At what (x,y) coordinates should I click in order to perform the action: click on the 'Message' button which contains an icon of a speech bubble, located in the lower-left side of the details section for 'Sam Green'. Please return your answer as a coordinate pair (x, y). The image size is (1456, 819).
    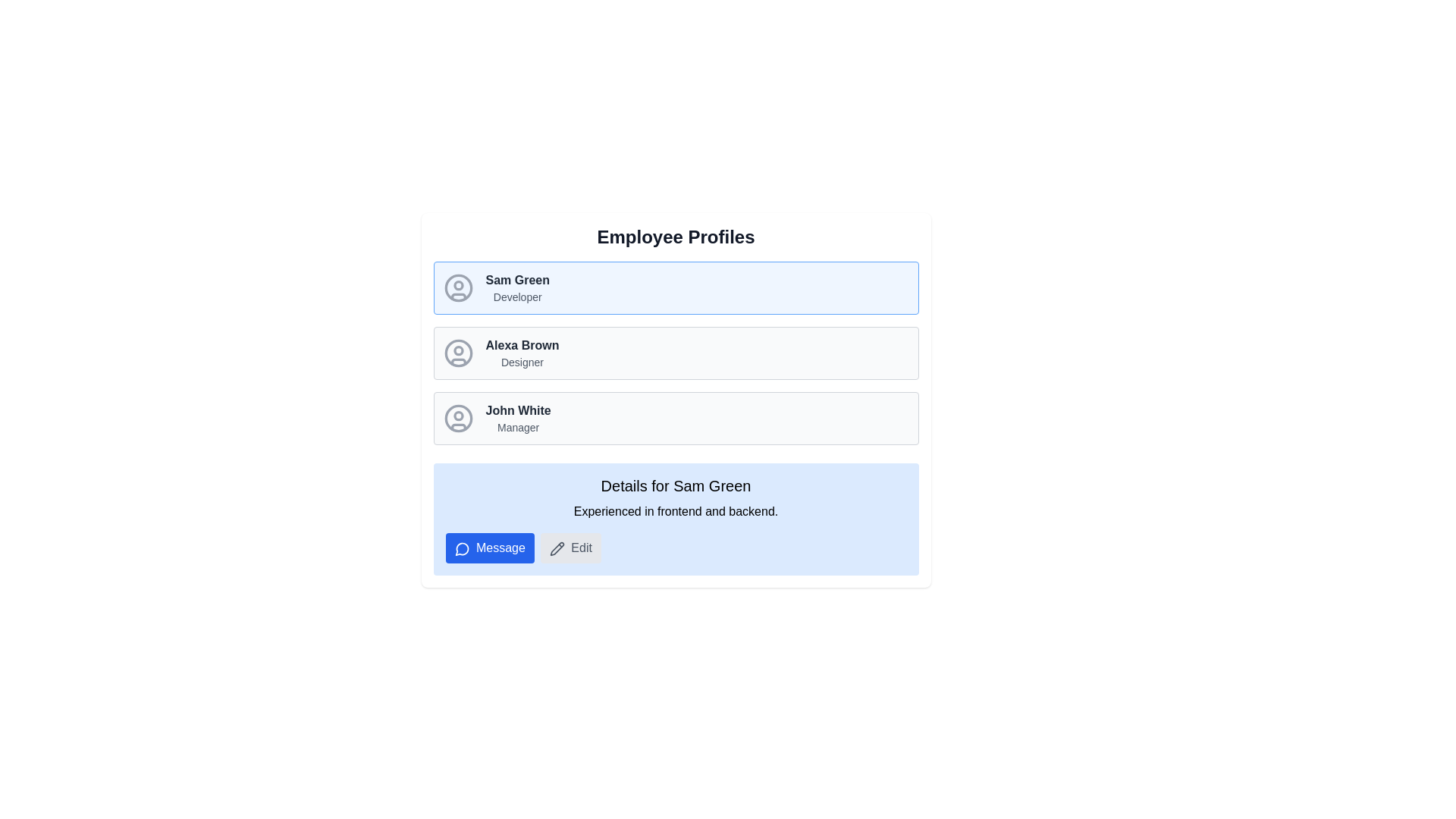
    Looking at the image, I should click on (461, 549).